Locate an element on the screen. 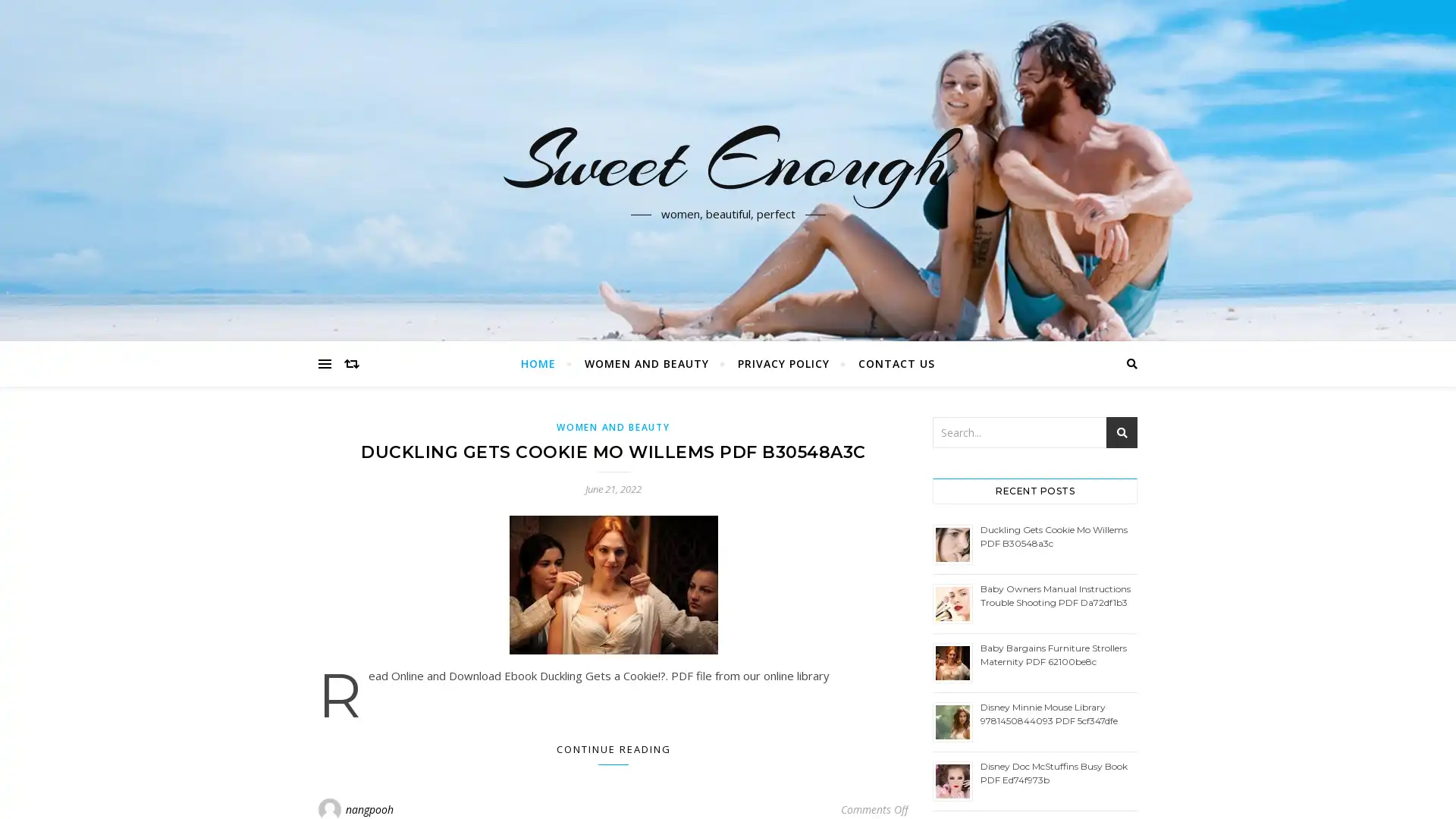 This screenshot has width=1456, height=819. st is located at coordinates (1122, 432).